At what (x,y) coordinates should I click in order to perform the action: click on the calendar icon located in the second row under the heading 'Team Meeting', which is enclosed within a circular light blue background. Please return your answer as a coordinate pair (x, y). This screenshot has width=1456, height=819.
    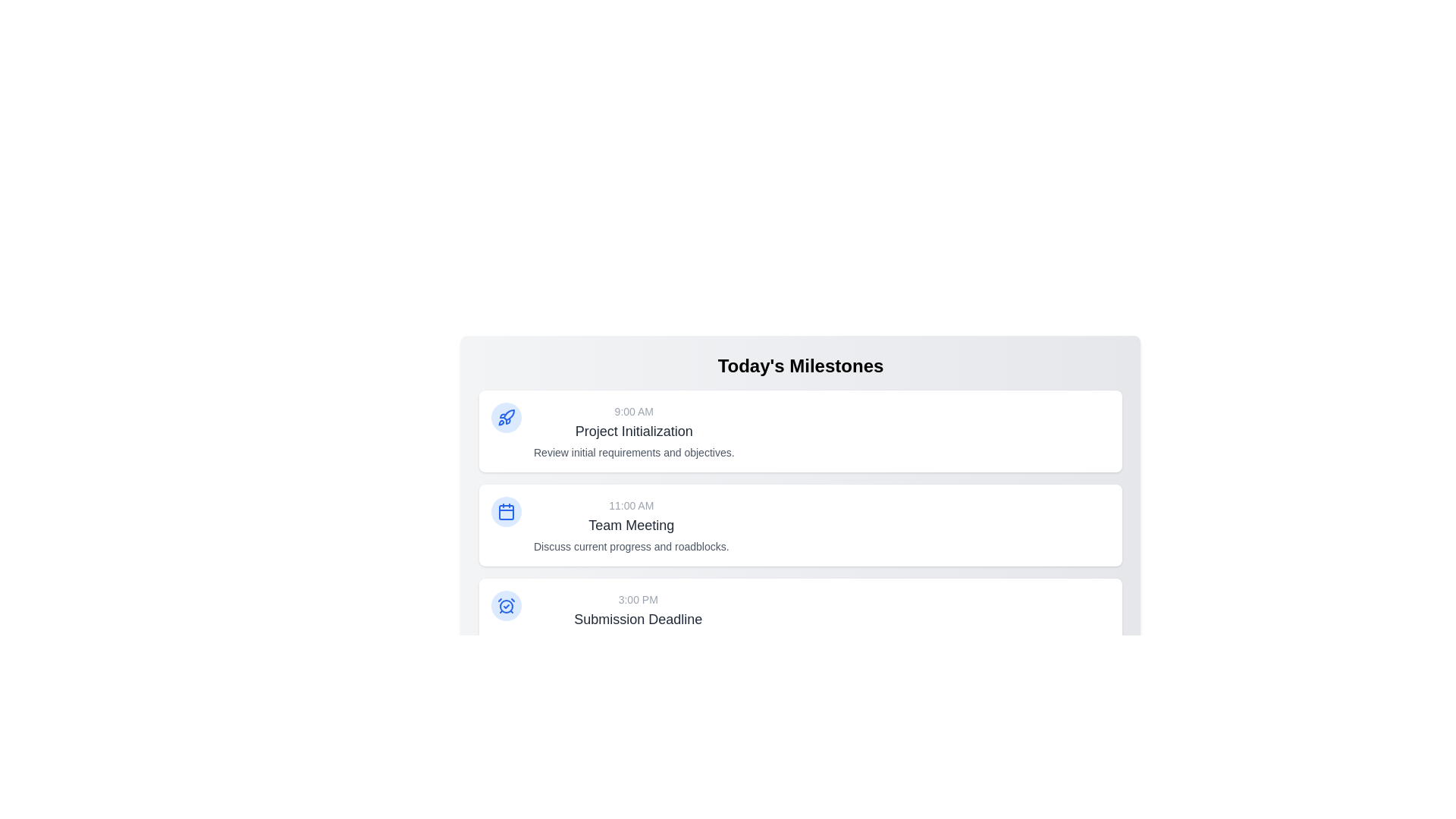
    Looking at the image, I should click on (506, 512).